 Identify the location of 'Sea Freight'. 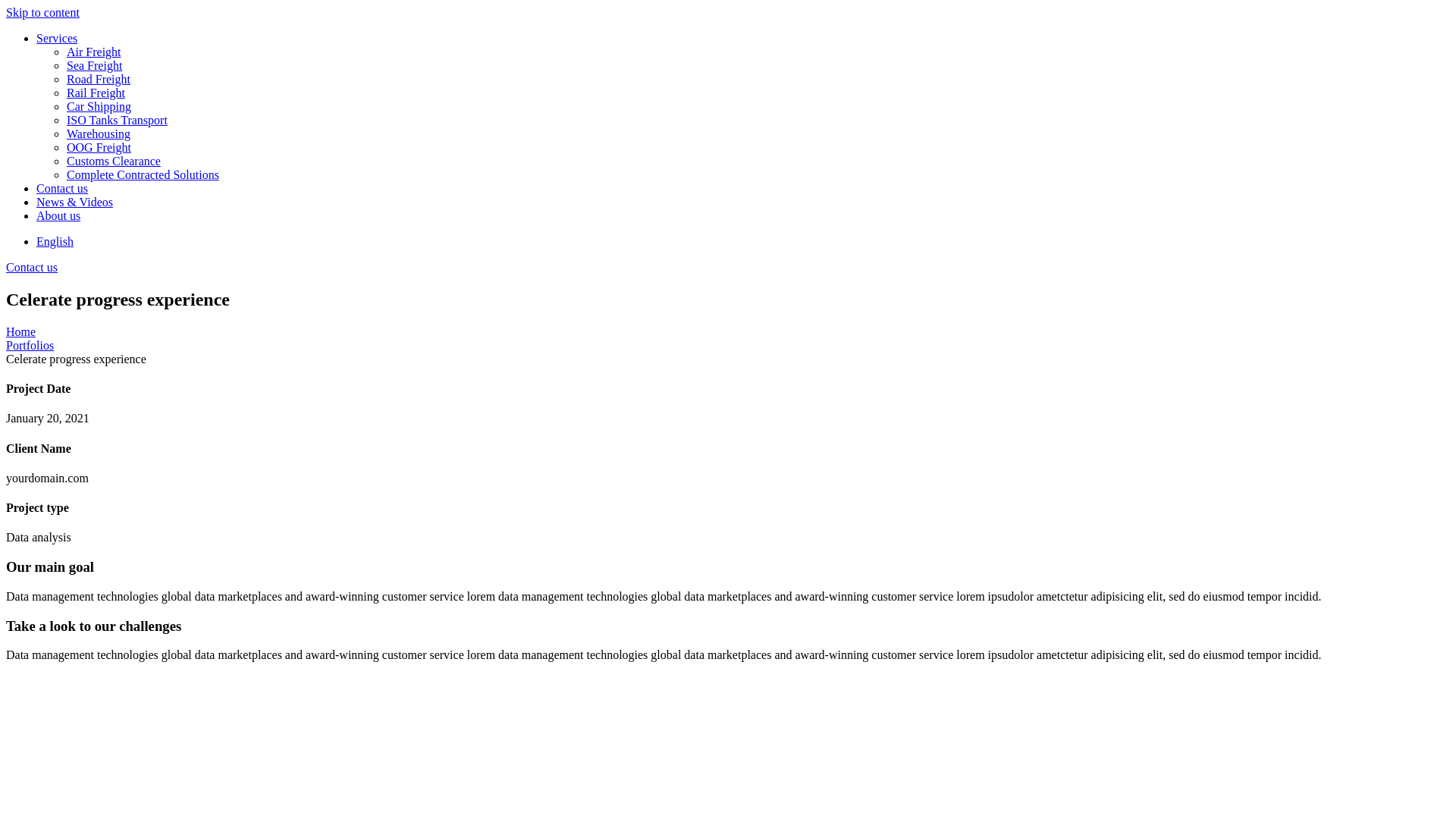
(758, 65).